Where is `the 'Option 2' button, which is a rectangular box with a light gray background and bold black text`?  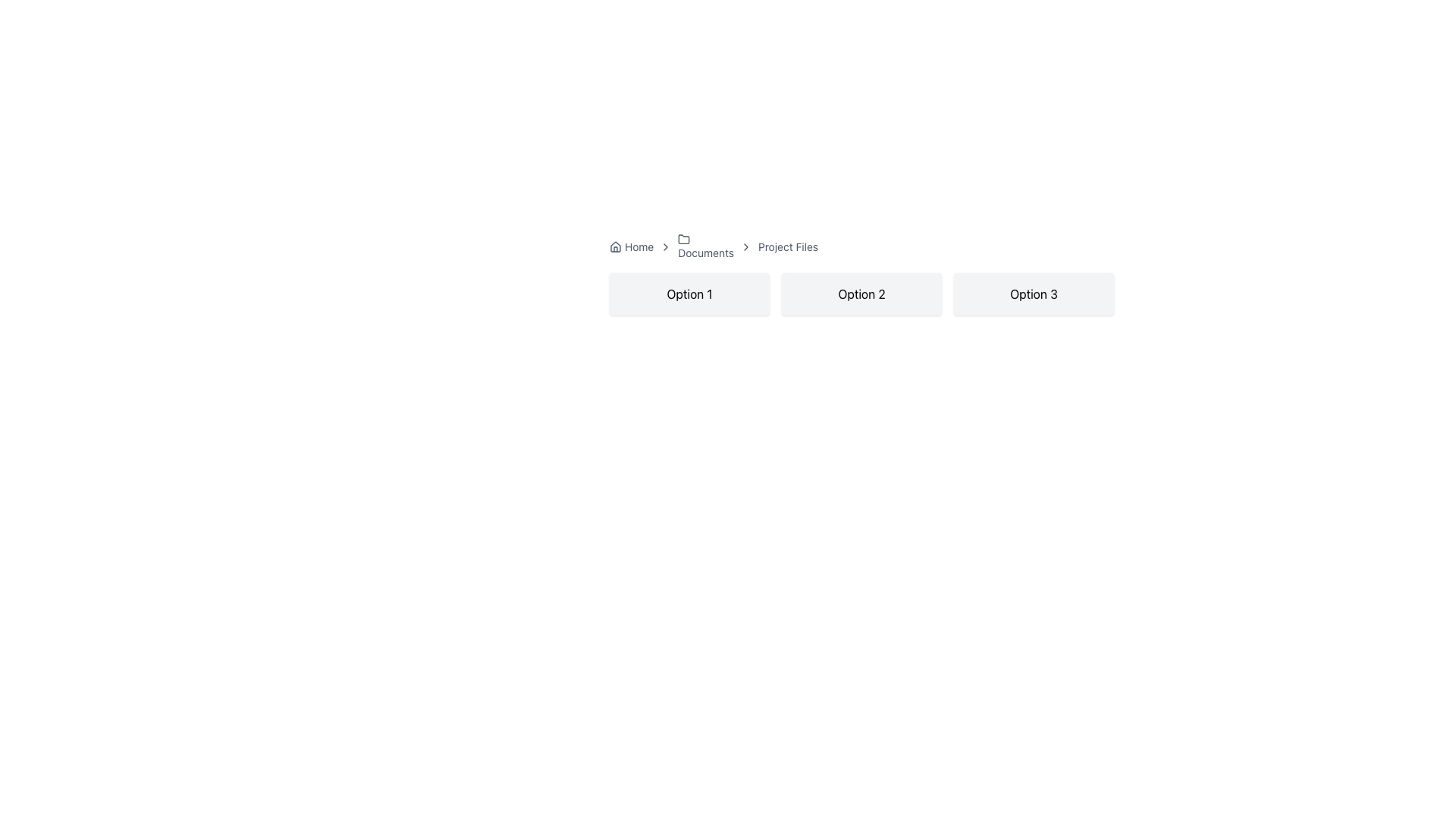 the 'Option 2' button, which is a rectangular box with a light gray background and bold black text is located at coordinates (861, 294).